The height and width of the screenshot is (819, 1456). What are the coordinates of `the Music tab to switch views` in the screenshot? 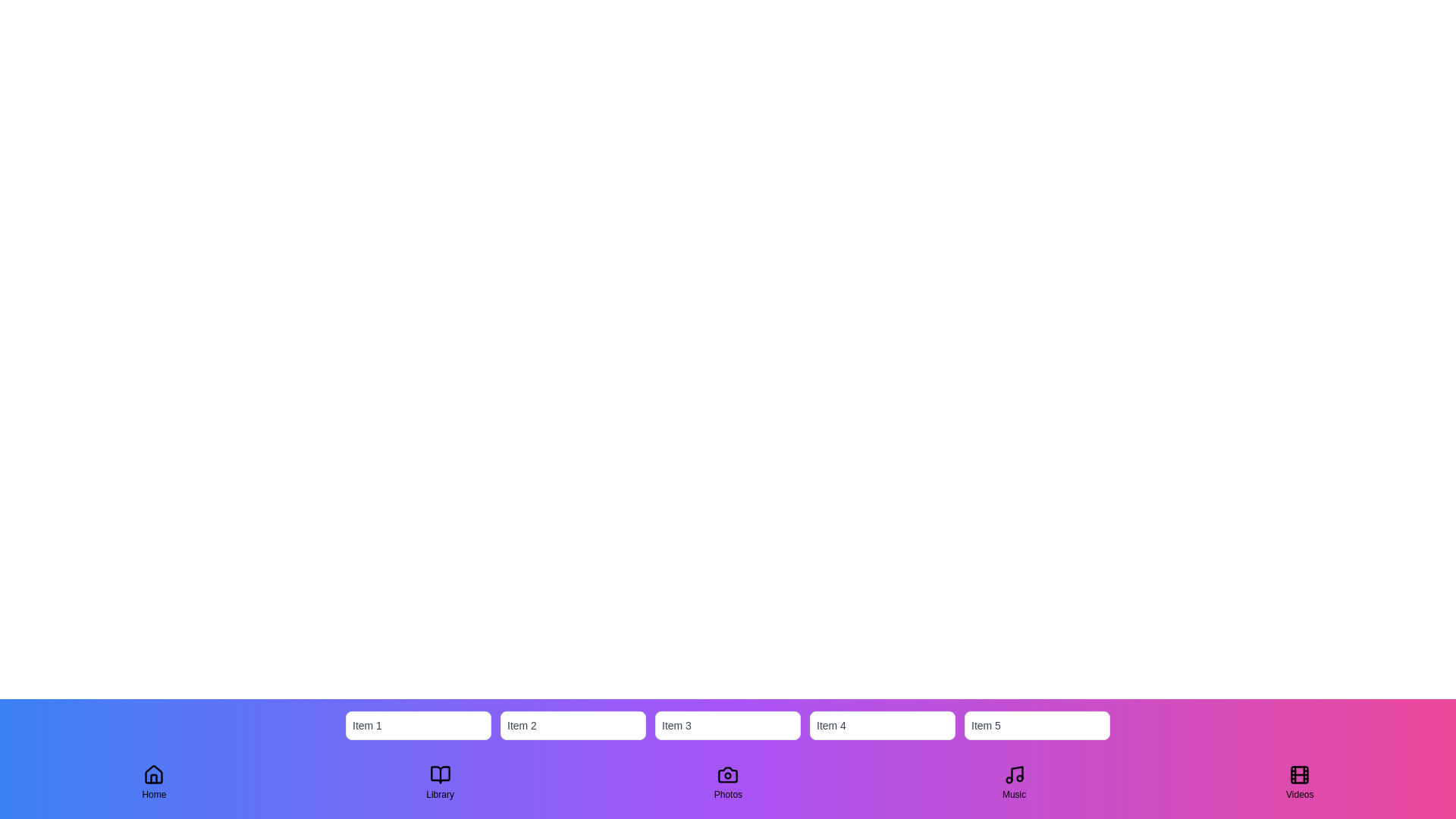 It's located at (1015, 783).